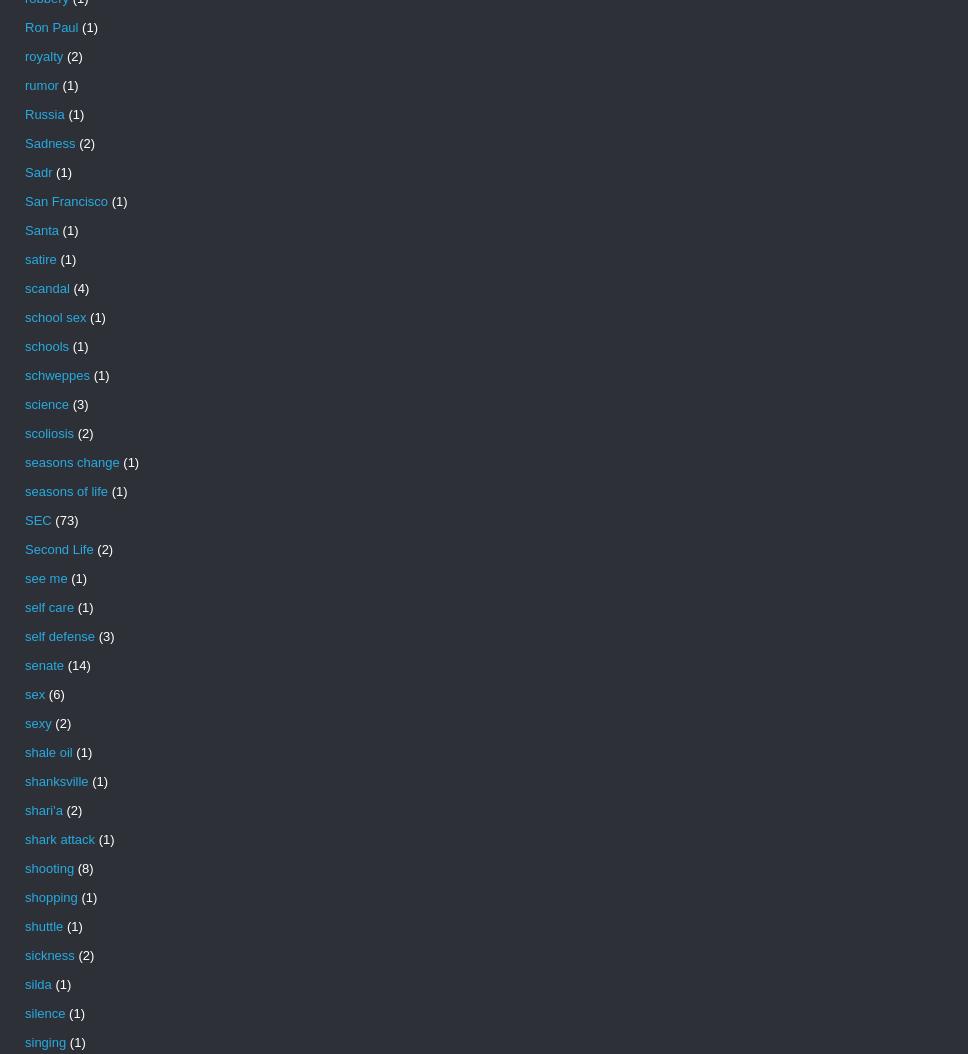 This screenshot has width=968, height=1054. Describe the element at coordinates (48, 868) in the screenshot. I see `'shooting'` at that location.